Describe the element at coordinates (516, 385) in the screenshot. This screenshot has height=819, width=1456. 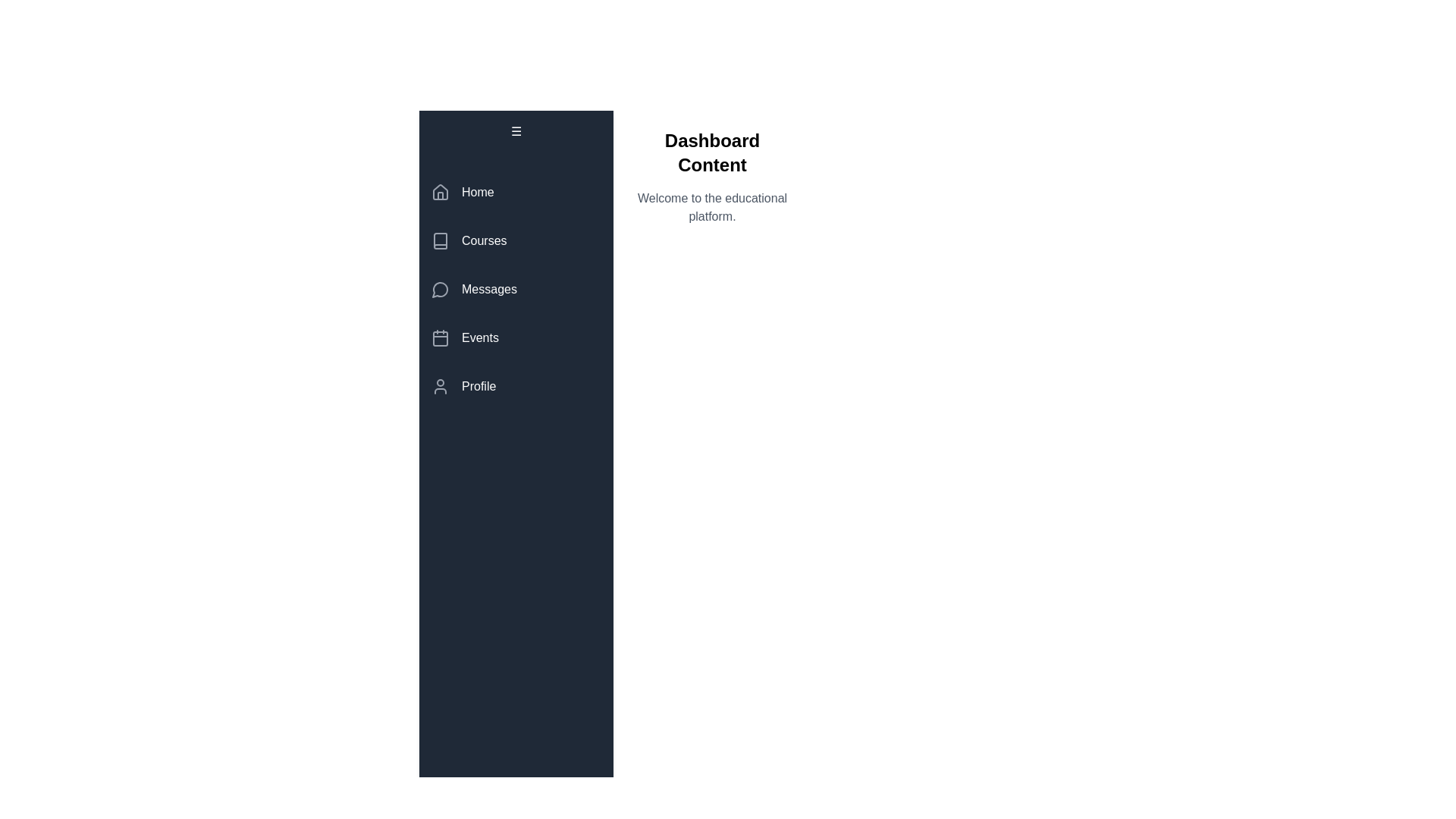
I see `the menu item labeled Profile to observe visual feedback` at that location.